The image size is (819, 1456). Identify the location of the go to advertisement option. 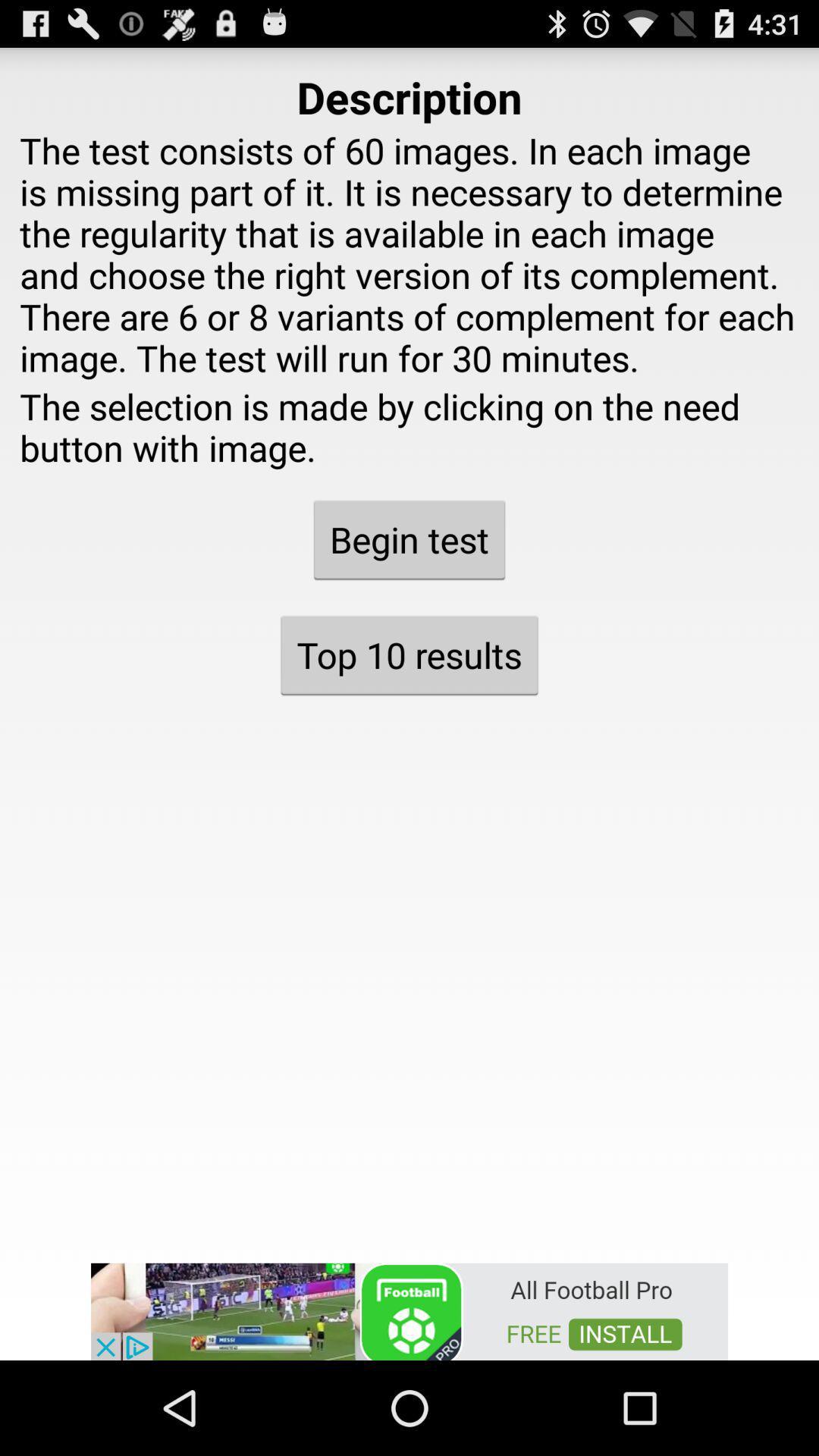
(409, 1310).